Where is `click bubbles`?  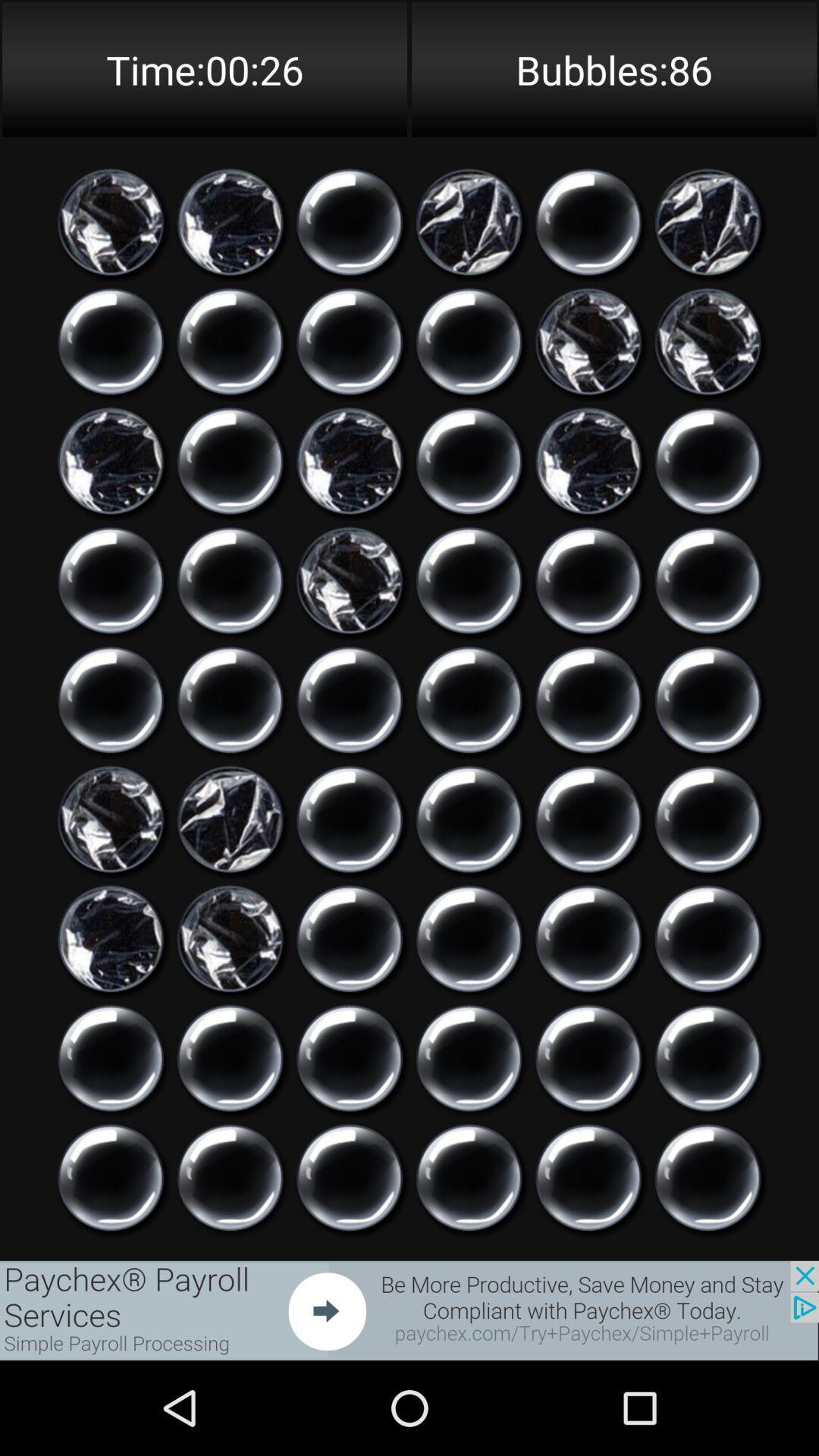
click bubbles is located at coordinates (708, 699).